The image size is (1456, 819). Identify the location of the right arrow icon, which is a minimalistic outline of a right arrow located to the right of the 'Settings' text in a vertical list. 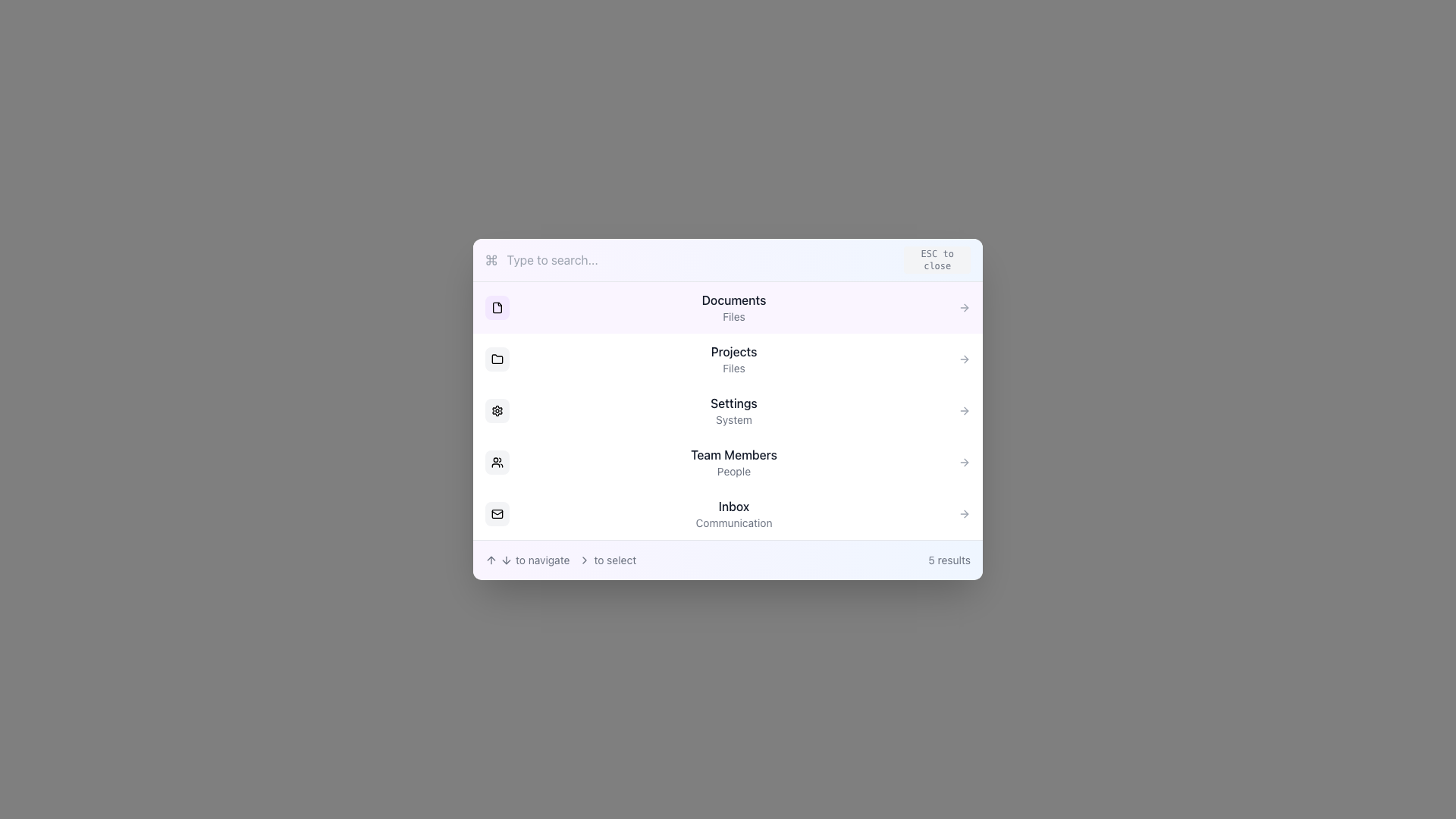
(965, 411).